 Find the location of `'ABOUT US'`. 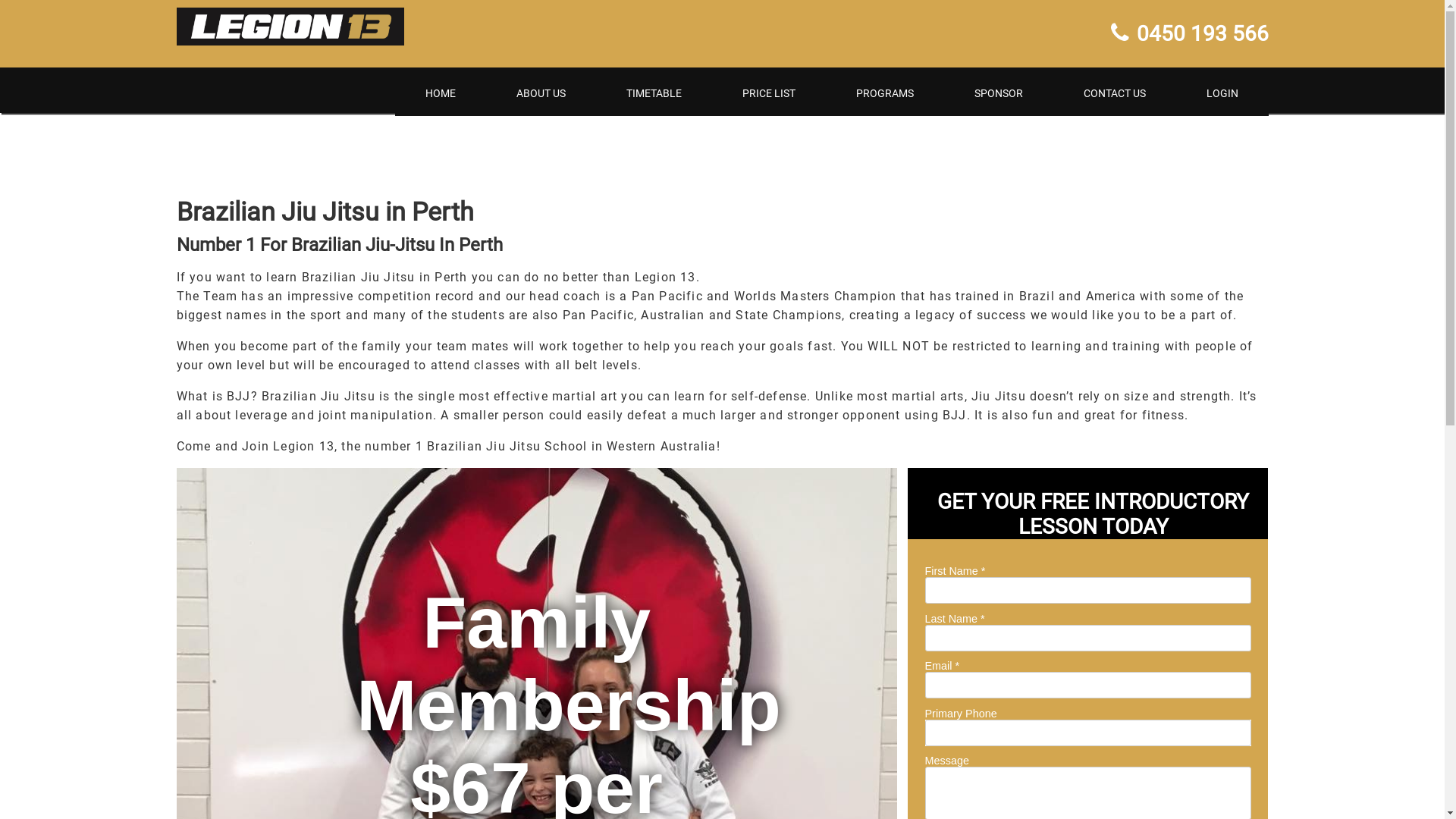

'ABOUT US' is located at coordinates (540, 93).